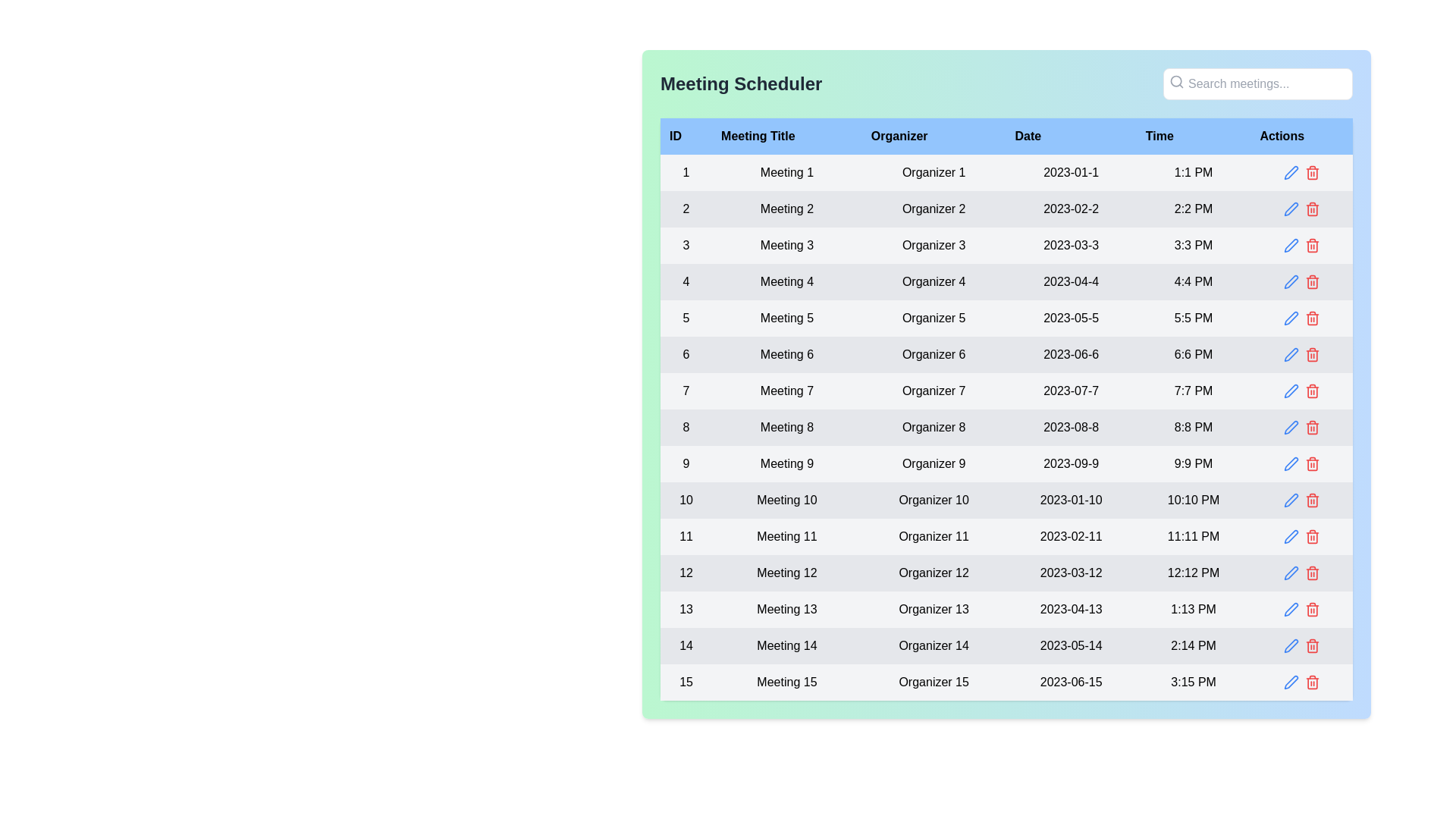 This screenshot has height=819, width=1456. Describe the element at coordinates (1301, 573) in the screenshot. I see `the small graphic icon located in the last column of the row for 'Meeting 12', positioned between the blue pencil icon and the red trash can icon` at that location.